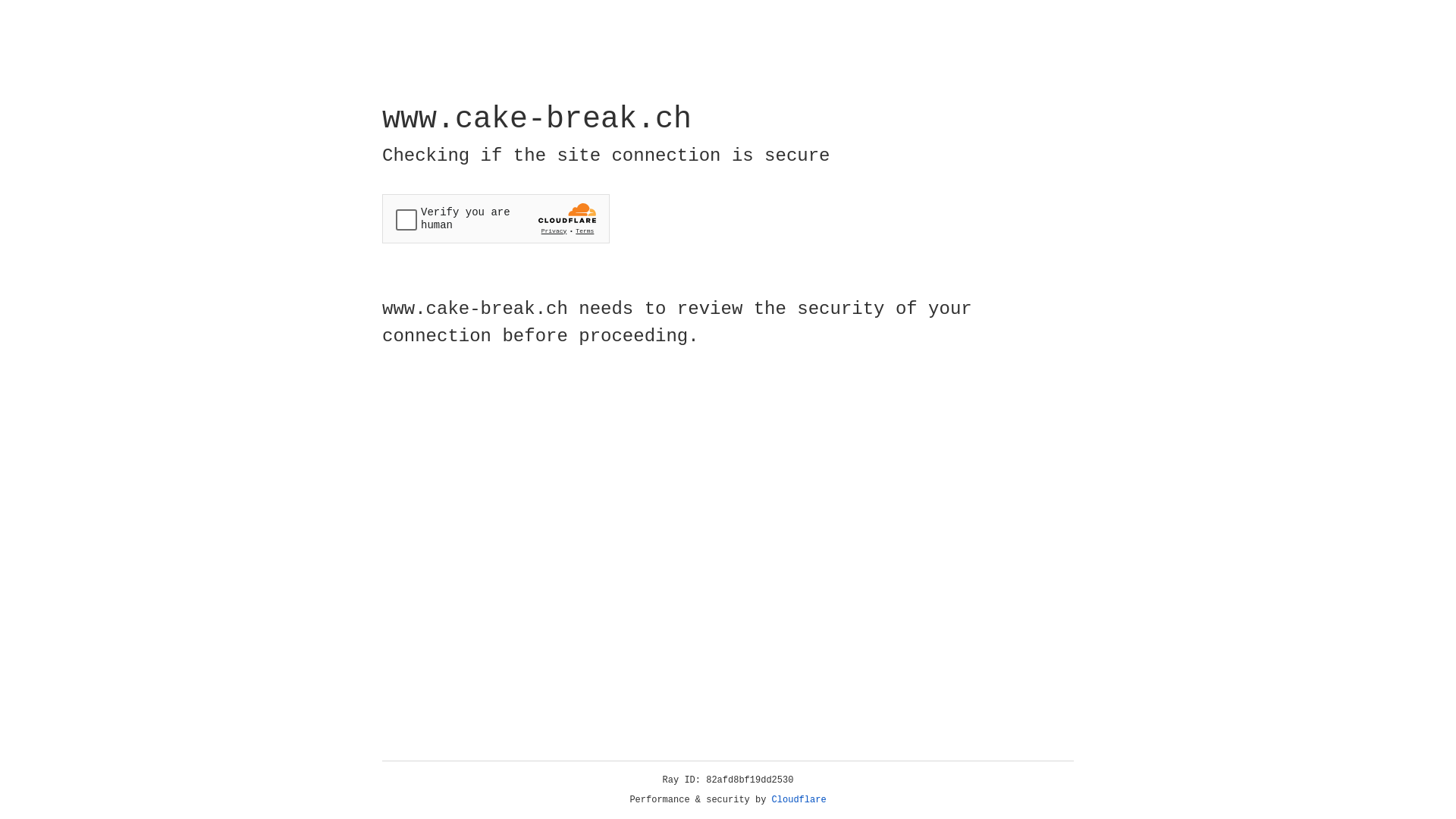 The width and height of the screenshot is (1456, 819). Describe the element at coordinates (799, 799) in the screenshot. I see `'Cloudflare'` at that location.